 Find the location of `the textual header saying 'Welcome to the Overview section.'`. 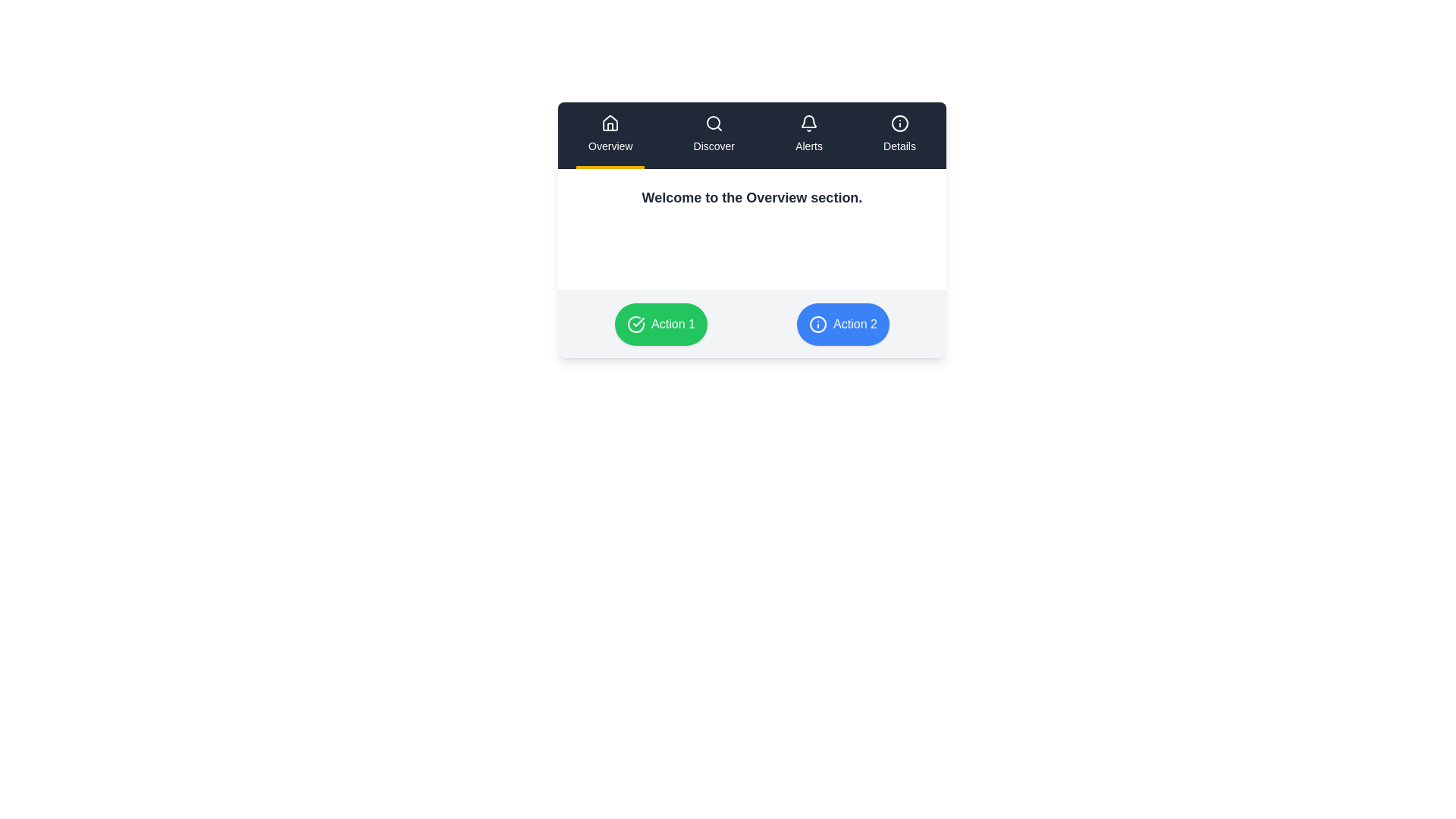

the textual header saying 'Welcome to the Overview section.' is located at coordinates (752, 197).